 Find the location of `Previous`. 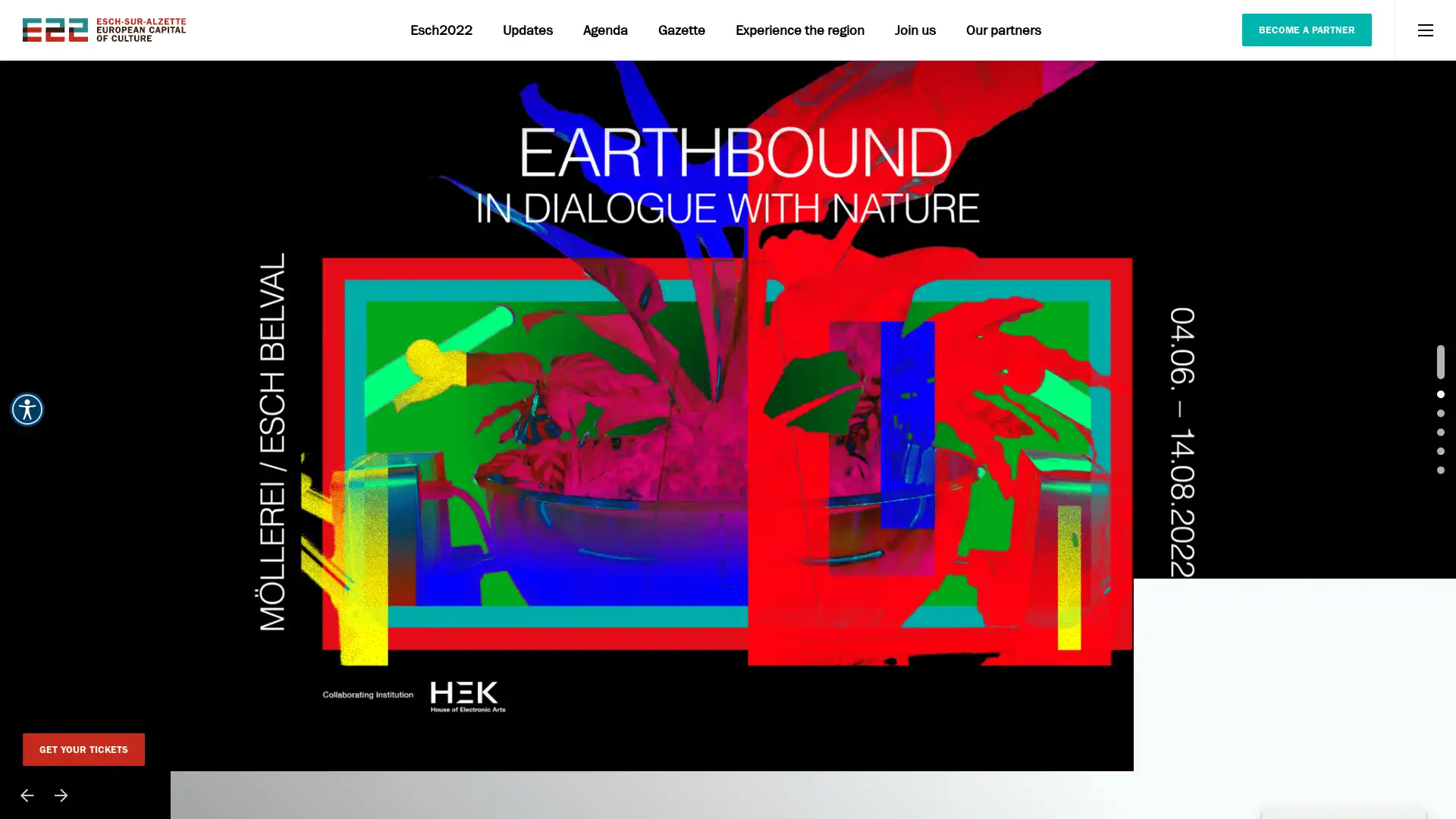

Previous is located at coordinates (27, 795).